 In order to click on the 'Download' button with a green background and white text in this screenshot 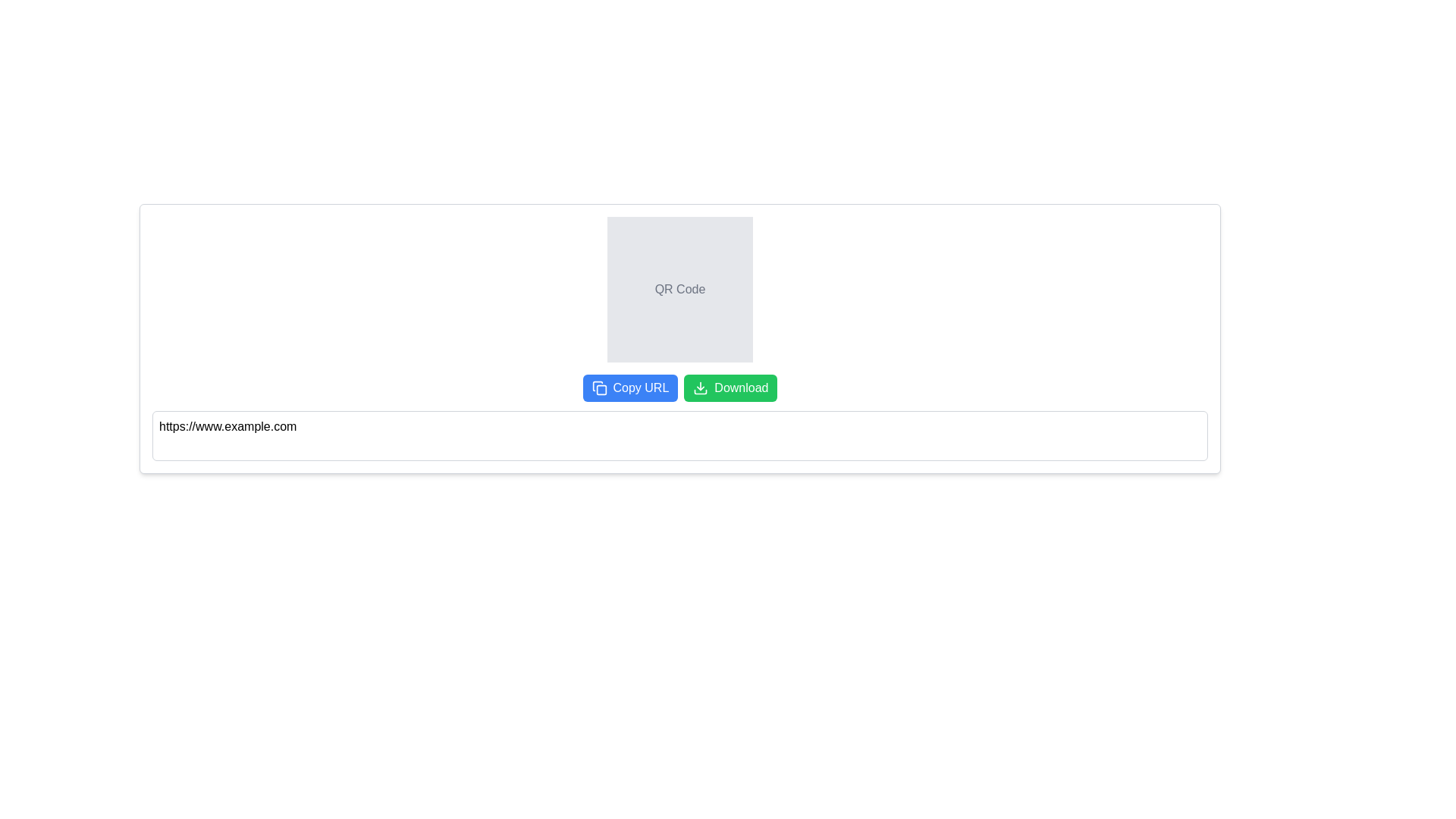, I will do `click(730, 388)`.